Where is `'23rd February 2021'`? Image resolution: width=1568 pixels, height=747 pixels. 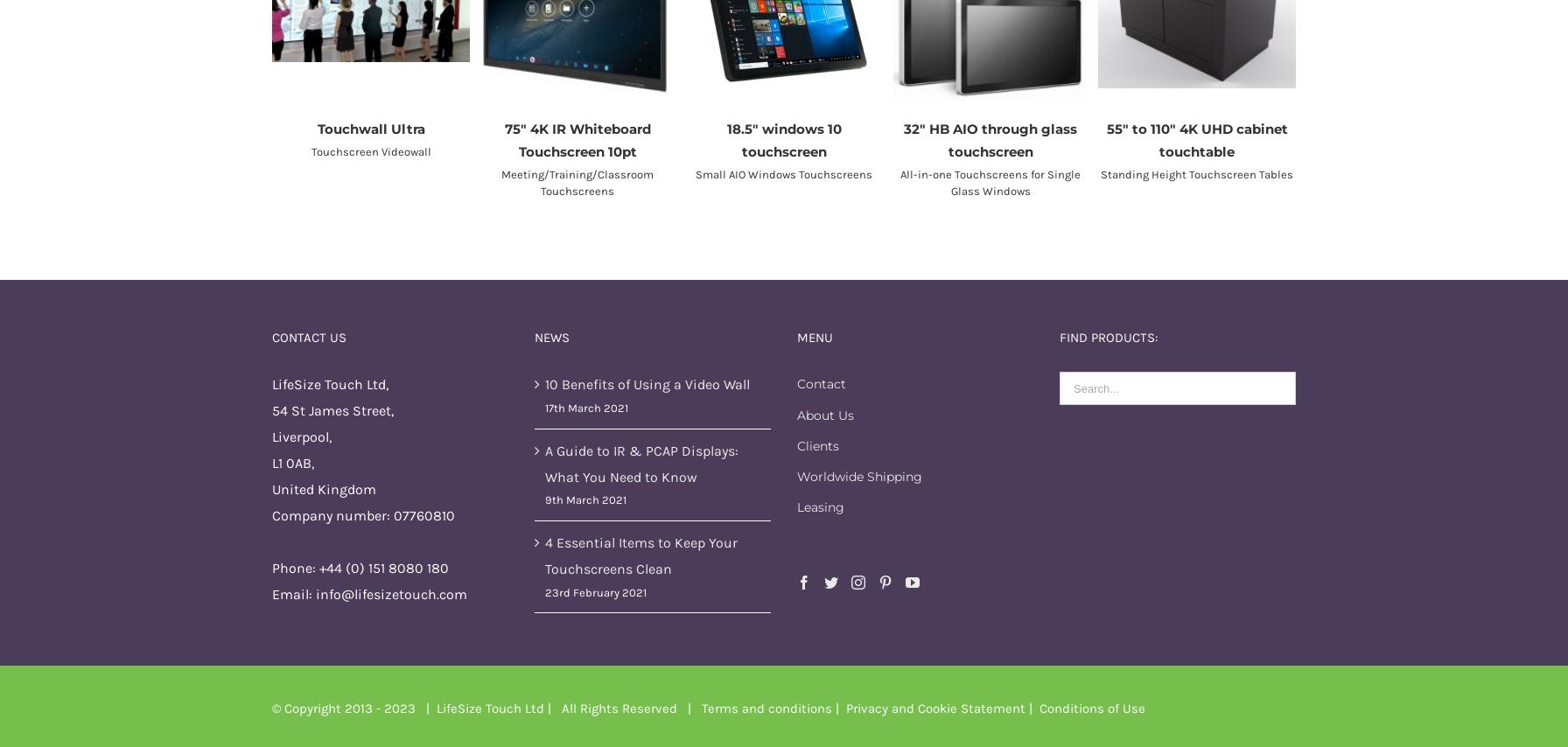
'23rd February 2021' is located at coordinates (595, 590).